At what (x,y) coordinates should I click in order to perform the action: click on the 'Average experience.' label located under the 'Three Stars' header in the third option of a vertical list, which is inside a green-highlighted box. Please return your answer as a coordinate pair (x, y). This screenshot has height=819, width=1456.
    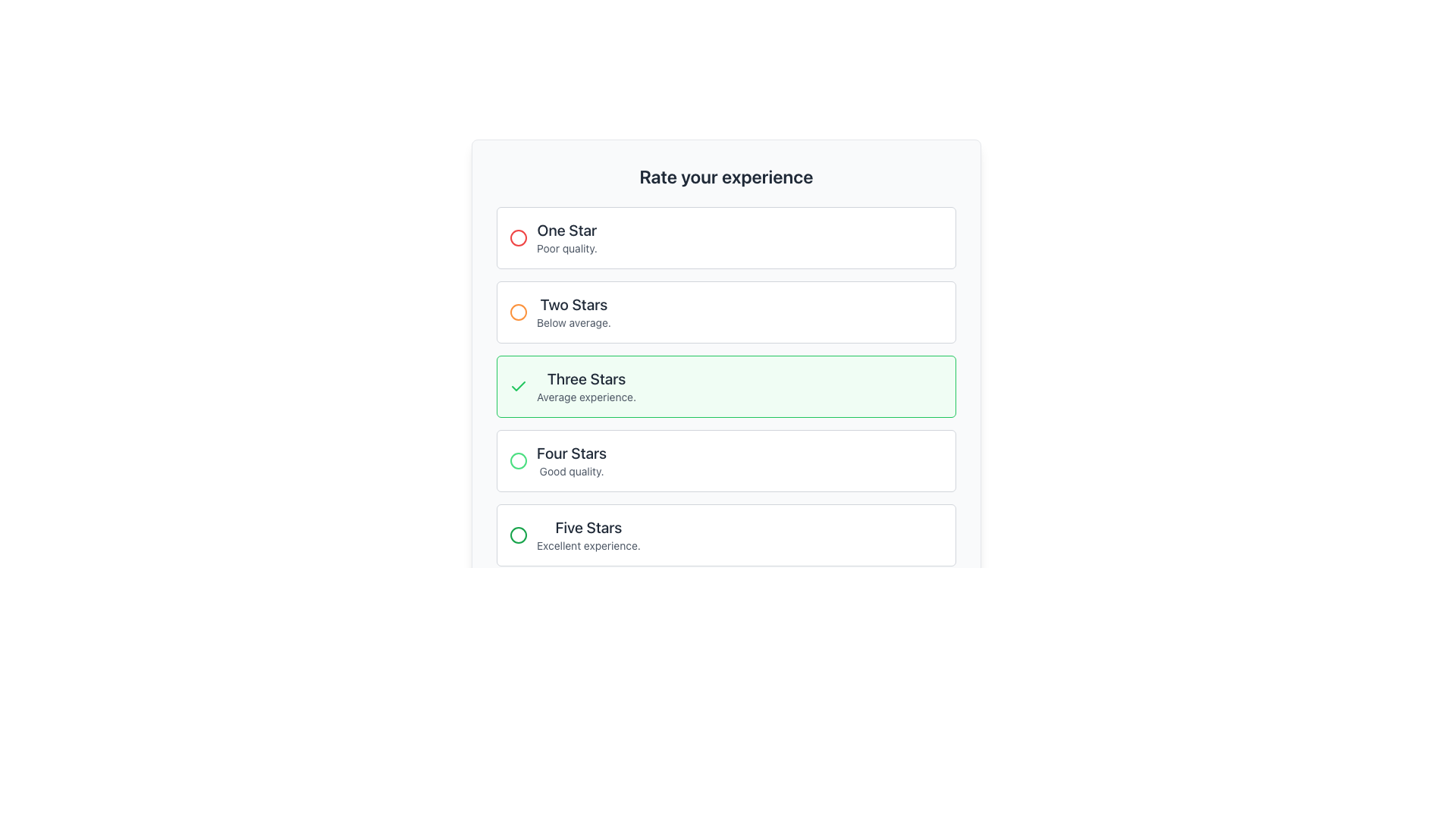
    Looking at the image, I should click on (585, 397).